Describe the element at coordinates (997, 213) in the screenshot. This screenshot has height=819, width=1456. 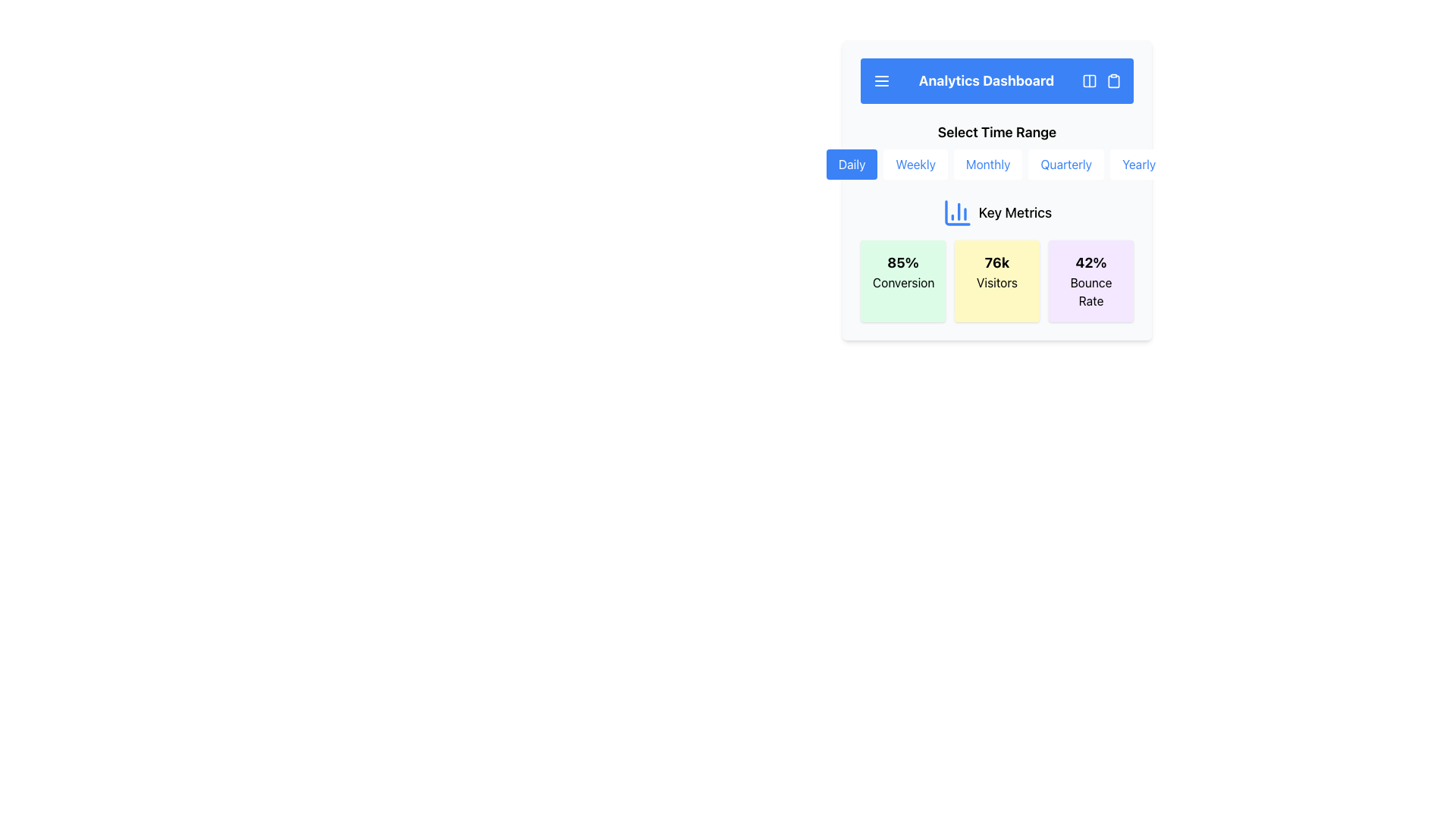
I see `the icon and corresponding label of the Text with Icon that serves as a title for 'Key Metrics', positioned centrally above the sections for '85% Conversion', '76k Visitors', and '42% Bounce Rate'` at that location.